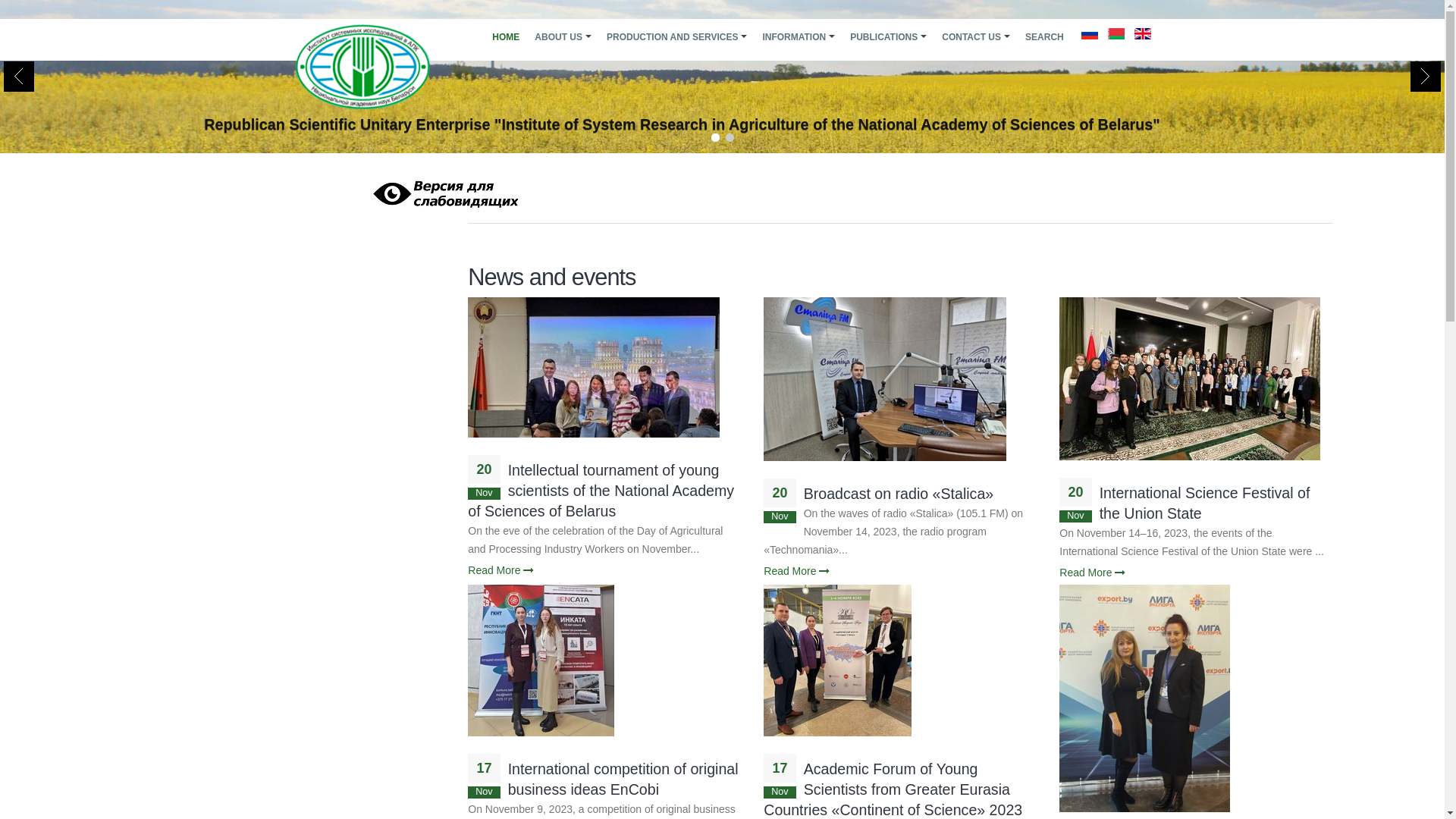 The image size is (1456, 819). What do you see at coordinates (1043, 36) in the screenshot?
I see `'SEARCH'` at bounding box center [1043, 36].